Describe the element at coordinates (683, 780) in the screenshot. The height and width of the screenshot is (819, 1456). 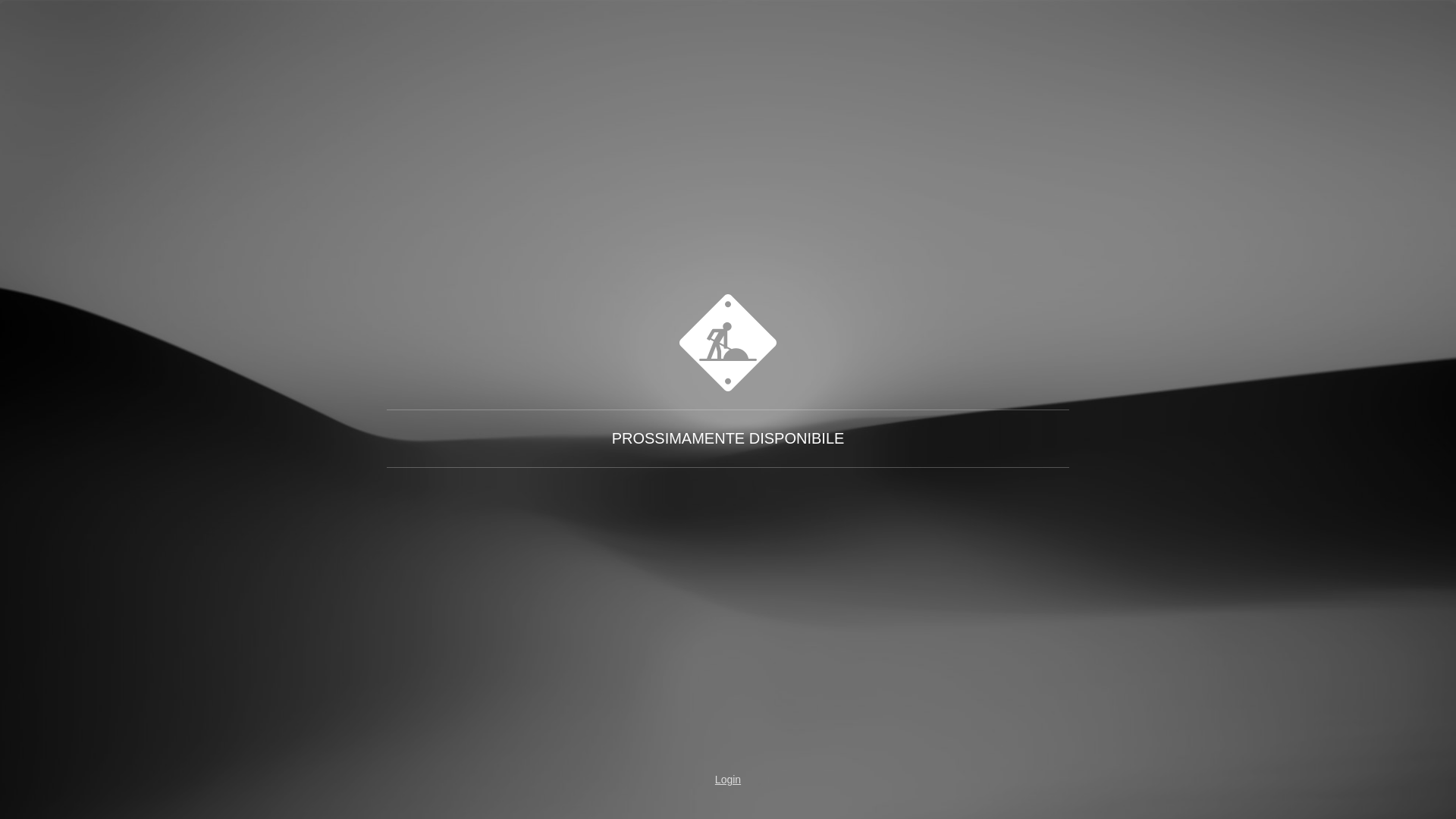
I see `'Login'` at that location.